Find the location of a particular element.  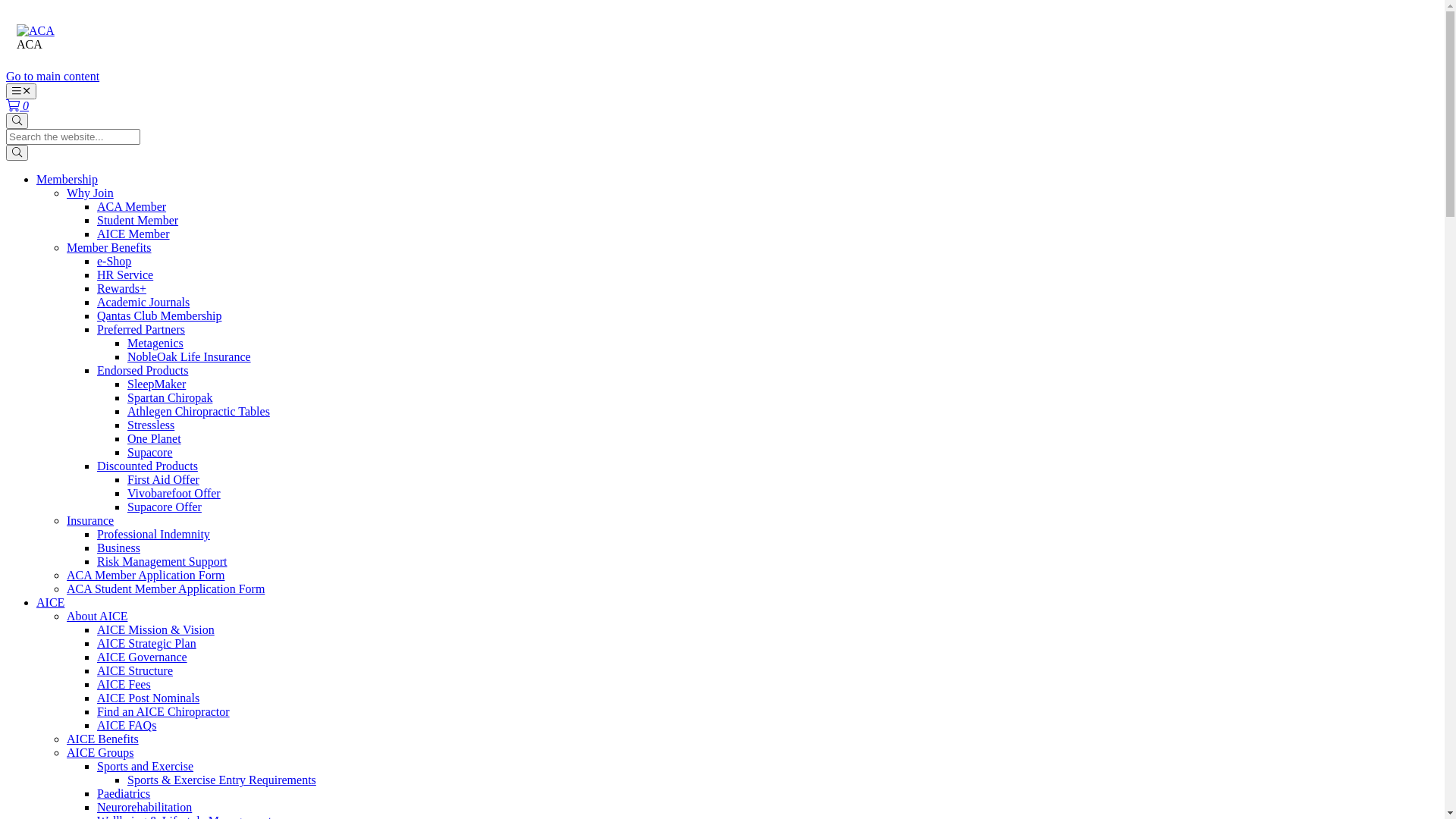

'Search' is located at coordinates (17, 120).